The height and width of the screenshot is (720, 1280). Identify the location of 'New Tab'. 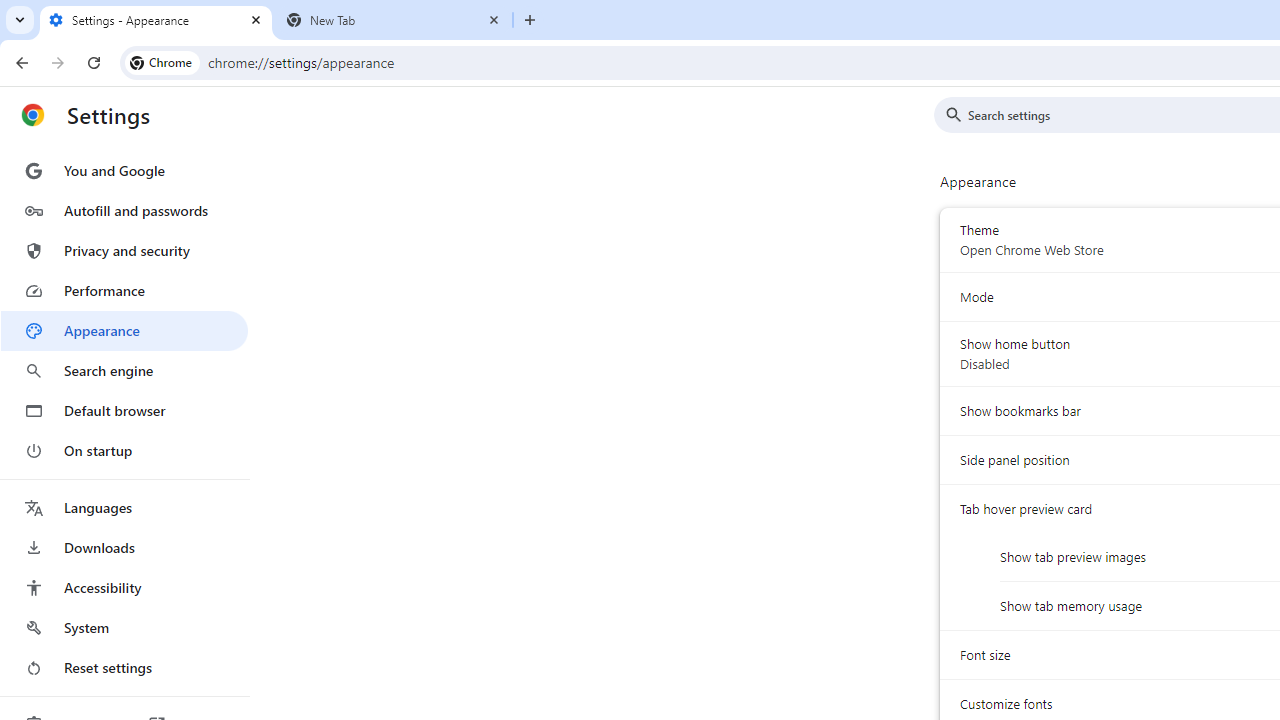
(394, 20).